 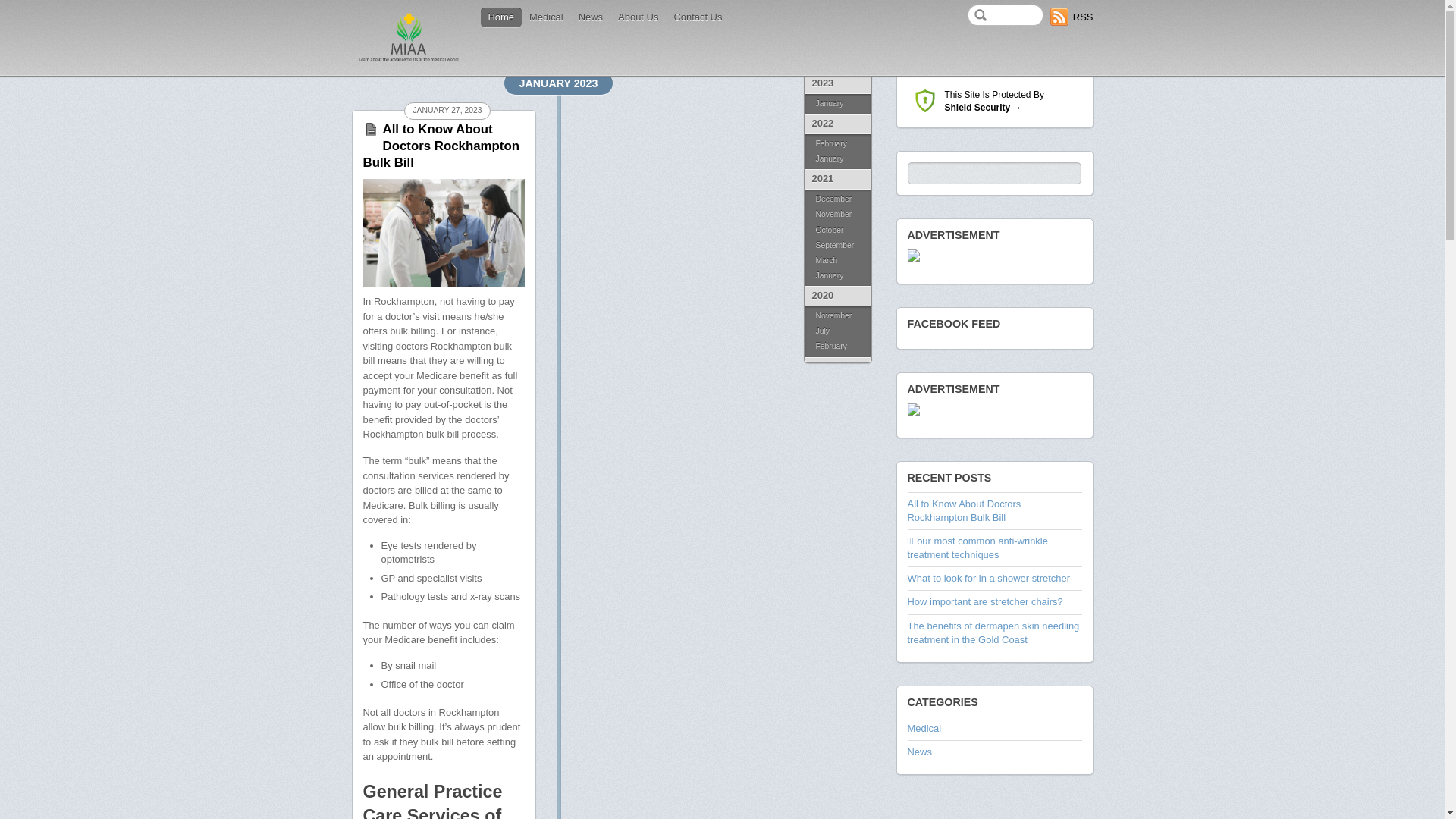 I want to click on 'October', so click(x=836, y=231).